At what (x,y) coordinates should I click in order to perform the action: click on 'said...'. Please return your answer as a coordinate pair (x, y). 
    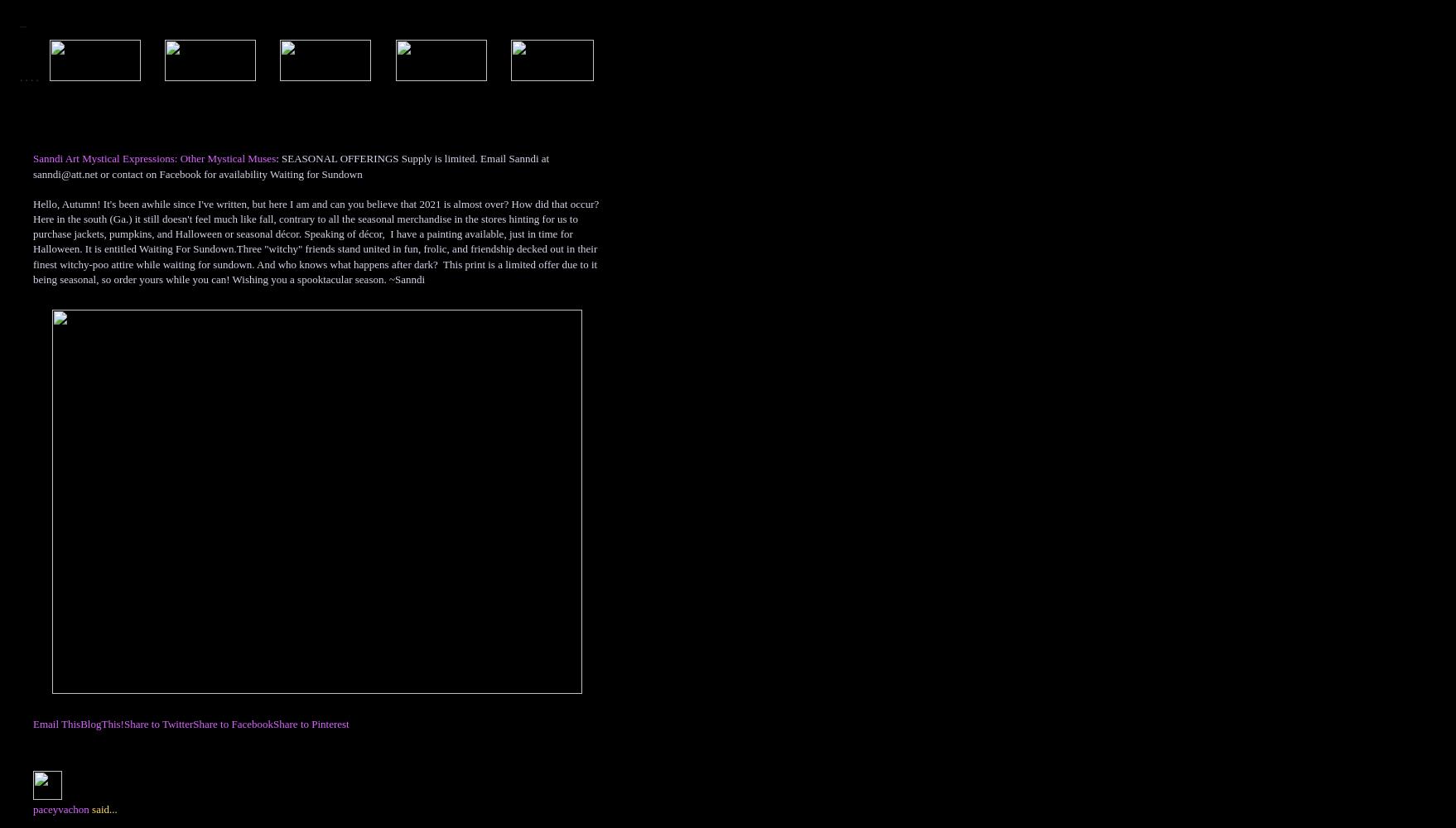
    Looking at the image, I should click on (102, 807).